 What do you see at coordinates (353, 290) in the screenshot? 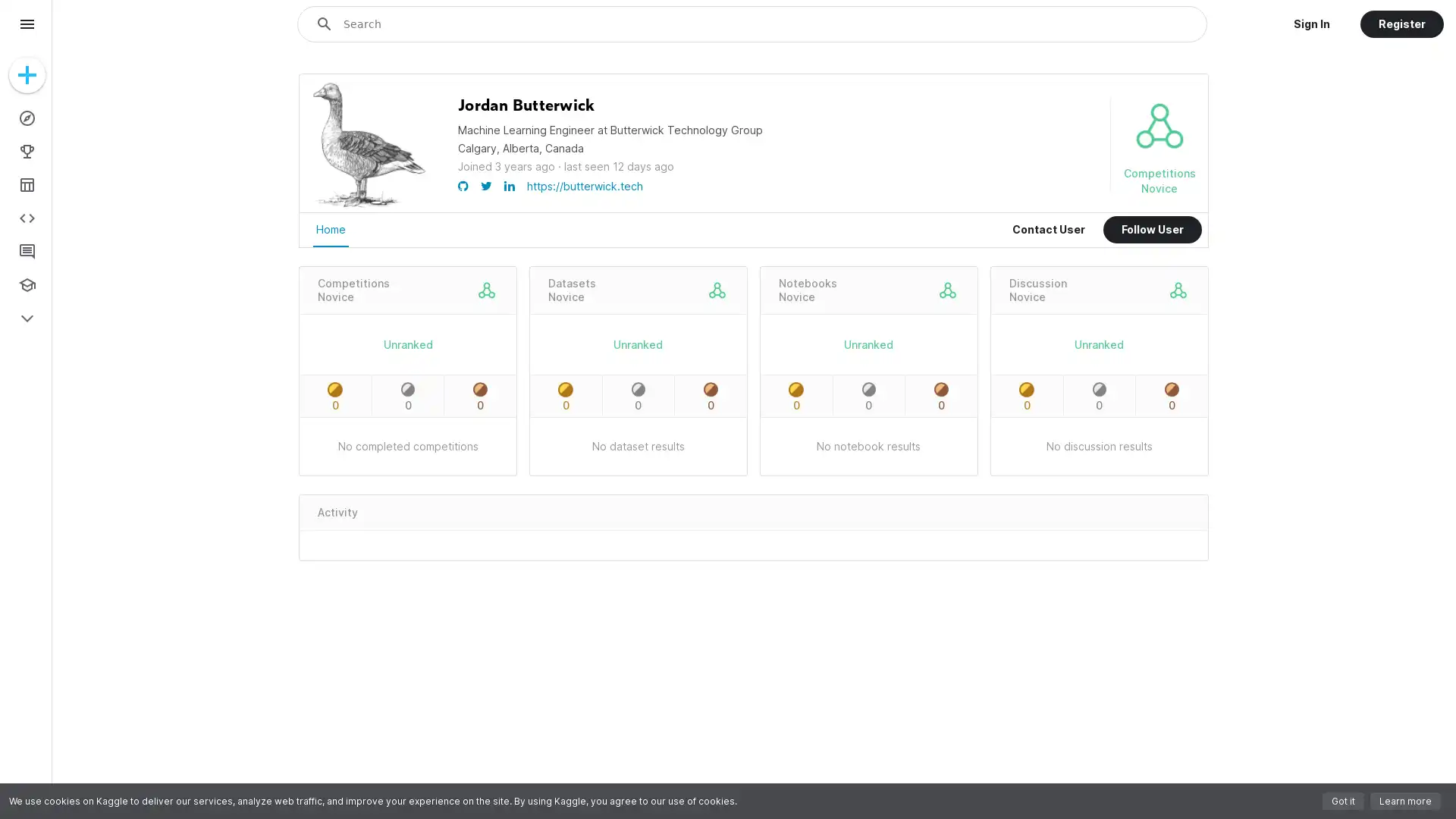
I see `Competitions Novice` at bounding box center [353, 290].